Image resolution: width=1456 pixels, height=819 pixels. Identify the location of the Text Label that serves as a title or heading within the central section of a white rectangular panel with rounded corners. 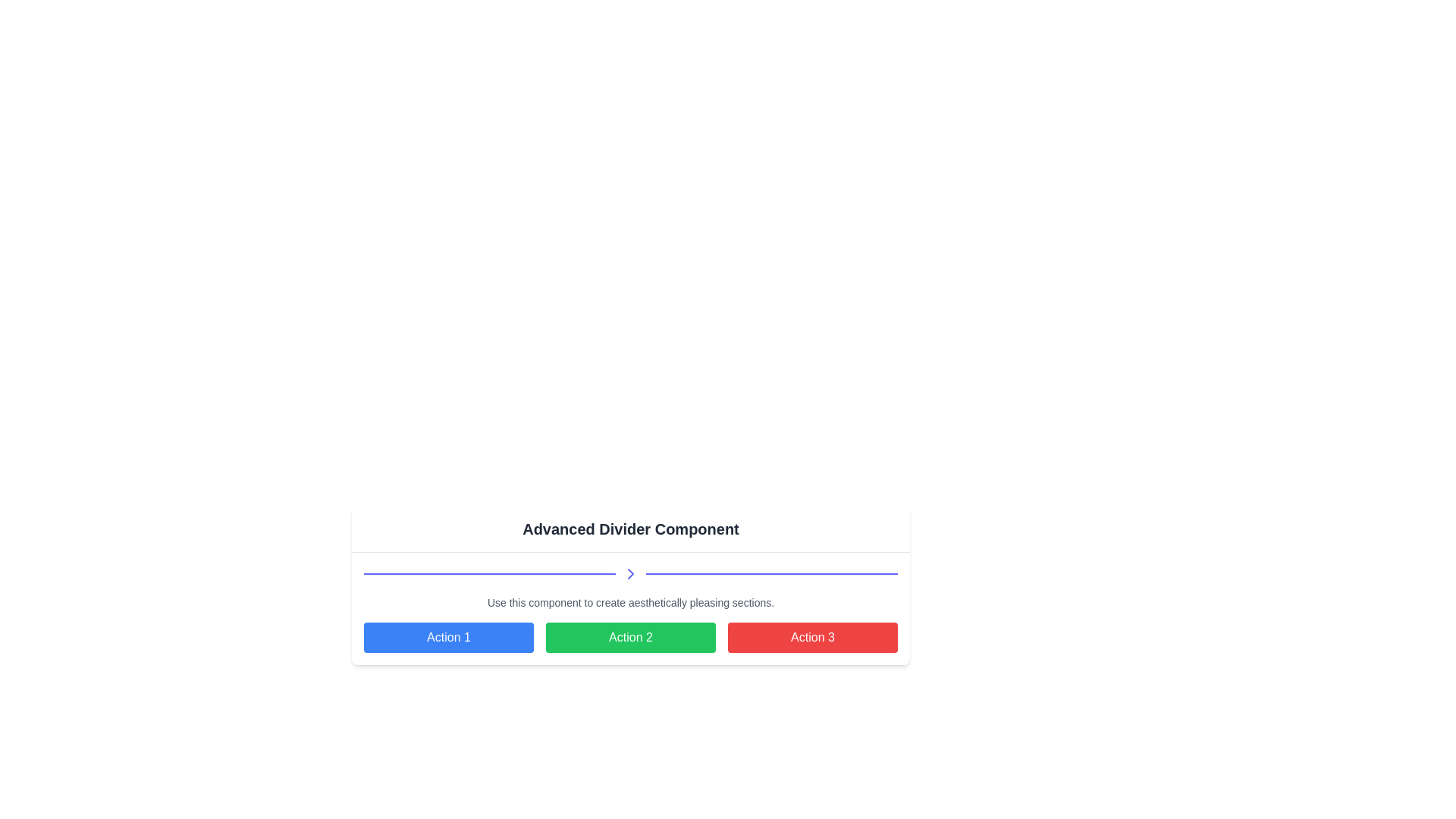
(630, 529).